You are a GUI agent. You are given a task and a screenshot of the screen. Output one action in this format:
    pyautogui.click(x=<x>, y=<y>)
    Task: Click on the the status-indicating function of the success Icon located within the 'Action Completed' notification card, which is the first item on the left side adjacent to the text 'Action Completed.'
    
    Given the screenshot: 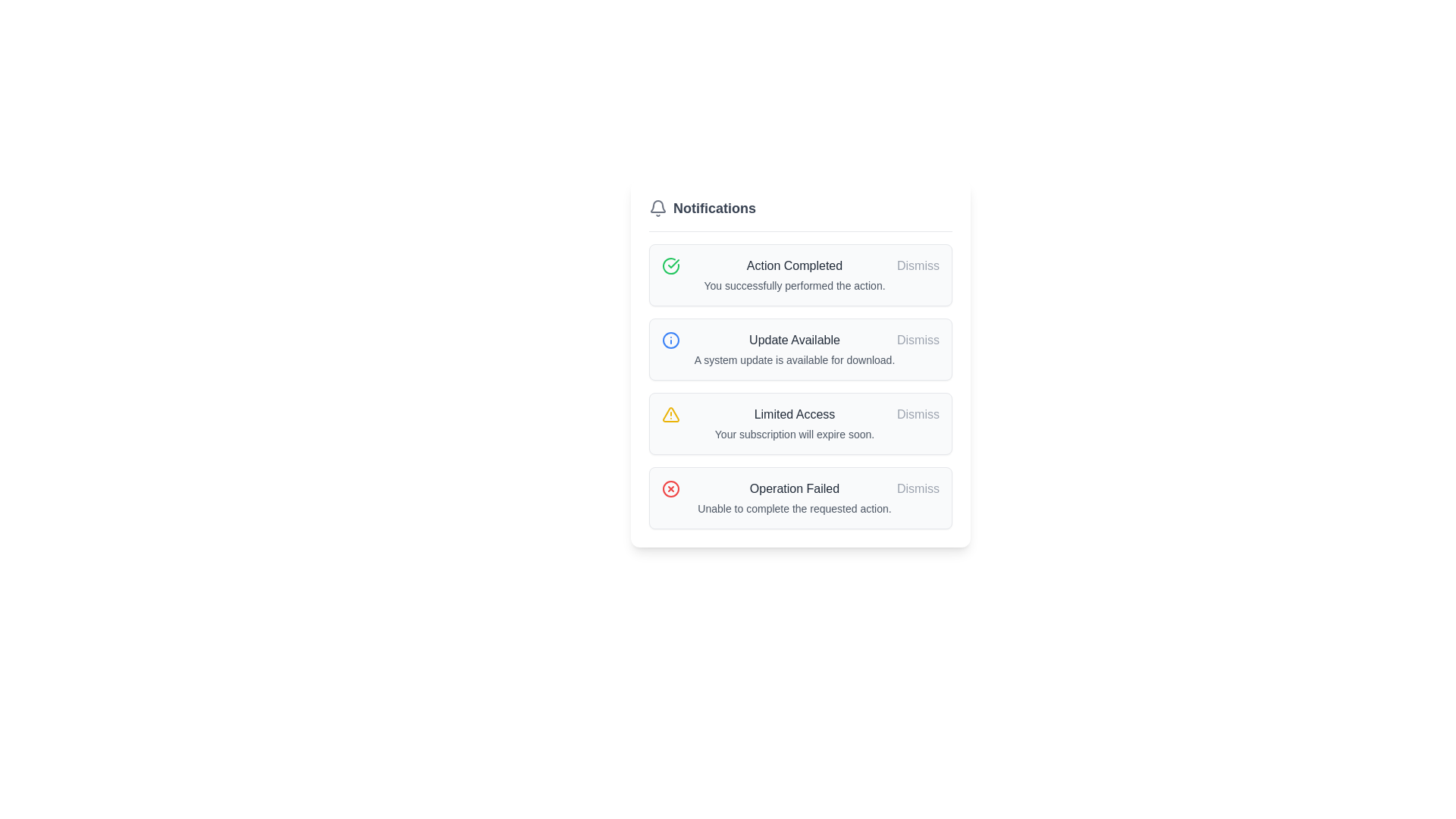 What is the action you would take?
    pyautogui.click(x=670, y=265)
    